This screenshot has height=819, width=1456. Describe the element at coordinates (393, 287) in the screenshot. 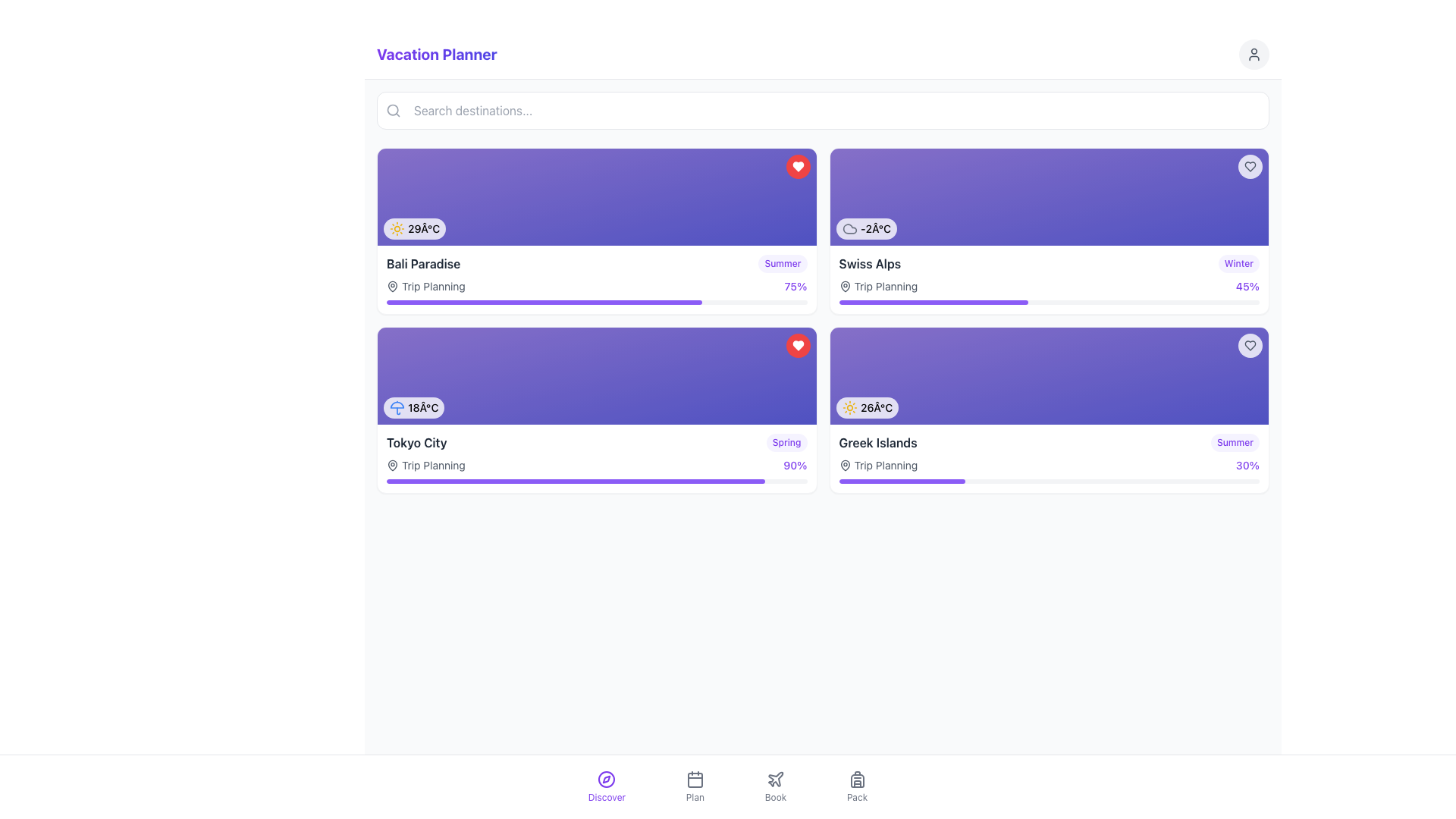

I see `the planning icon located within the 'Trip Planning' label, which visually represents planning or location-related topics` at that location.